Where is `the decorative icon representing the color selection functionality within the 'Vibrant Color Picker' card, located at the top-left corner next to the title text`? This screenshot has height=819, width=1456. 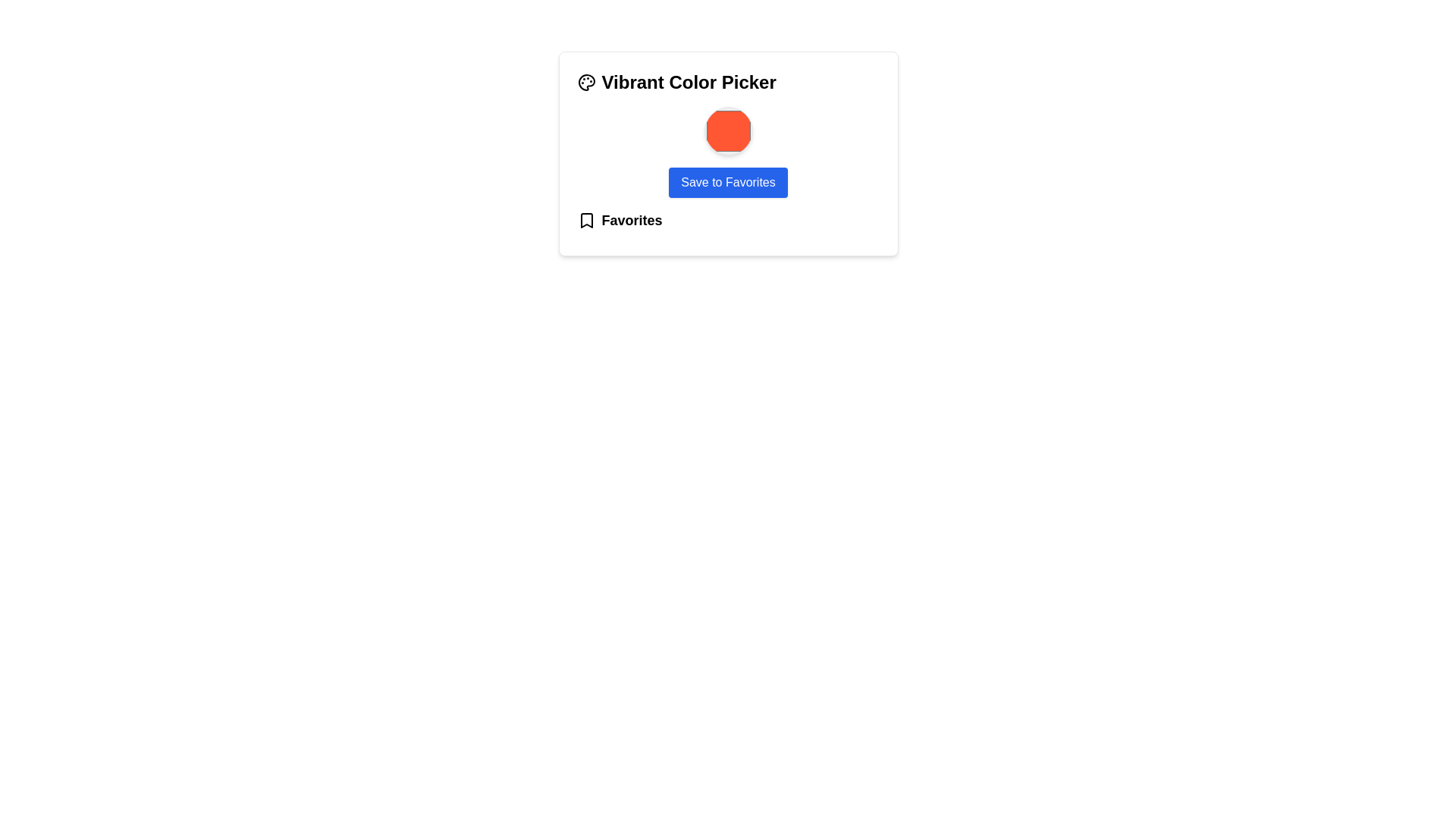
the decorative icon representing the color selection functionality within the 'Vibrant Color Picker' card, located at the top-left corner next to the title text is located at coordinates (585, 82).